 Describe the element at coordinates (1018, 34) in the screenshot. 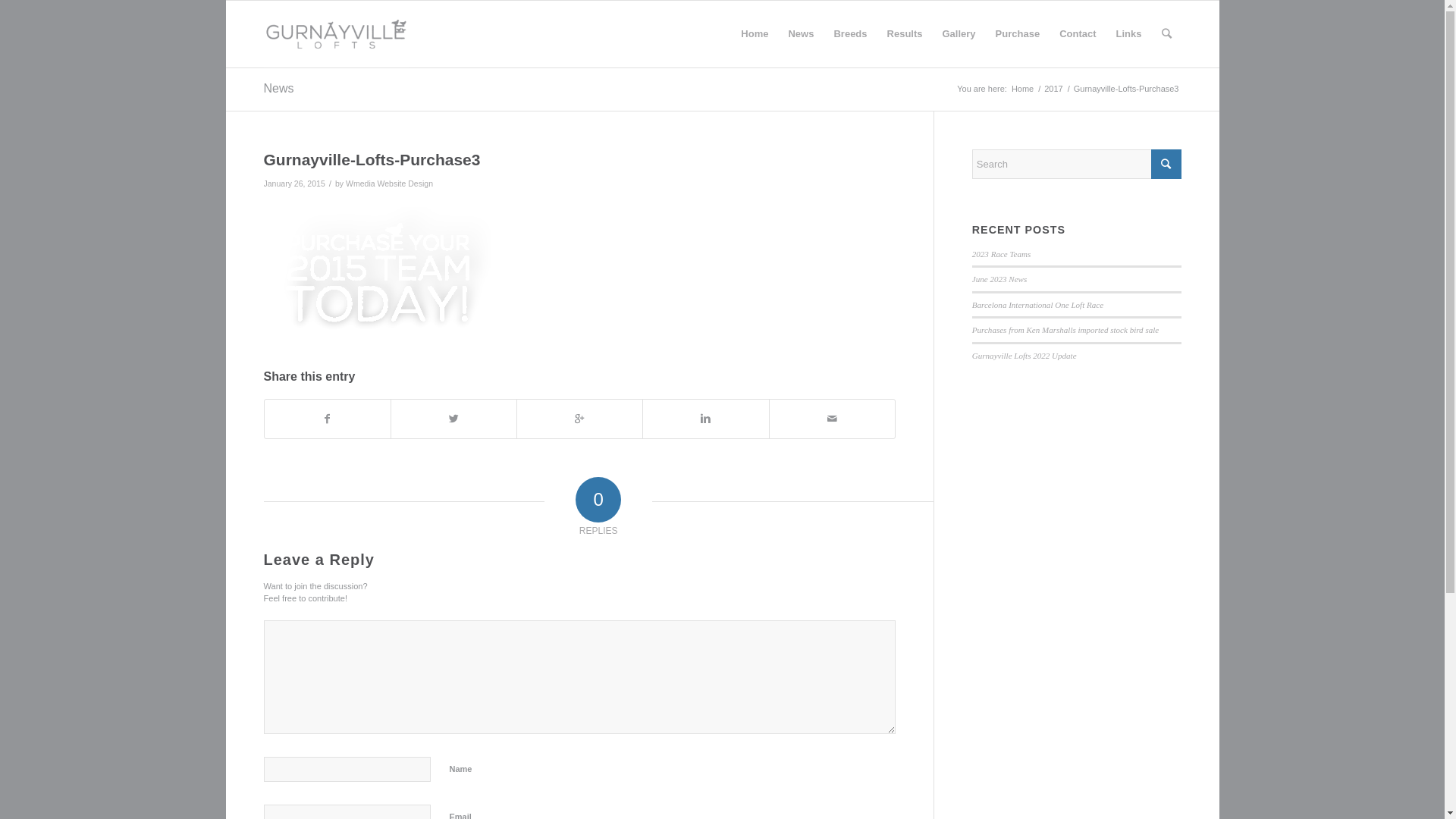

I see `'Purchase'` at that location.